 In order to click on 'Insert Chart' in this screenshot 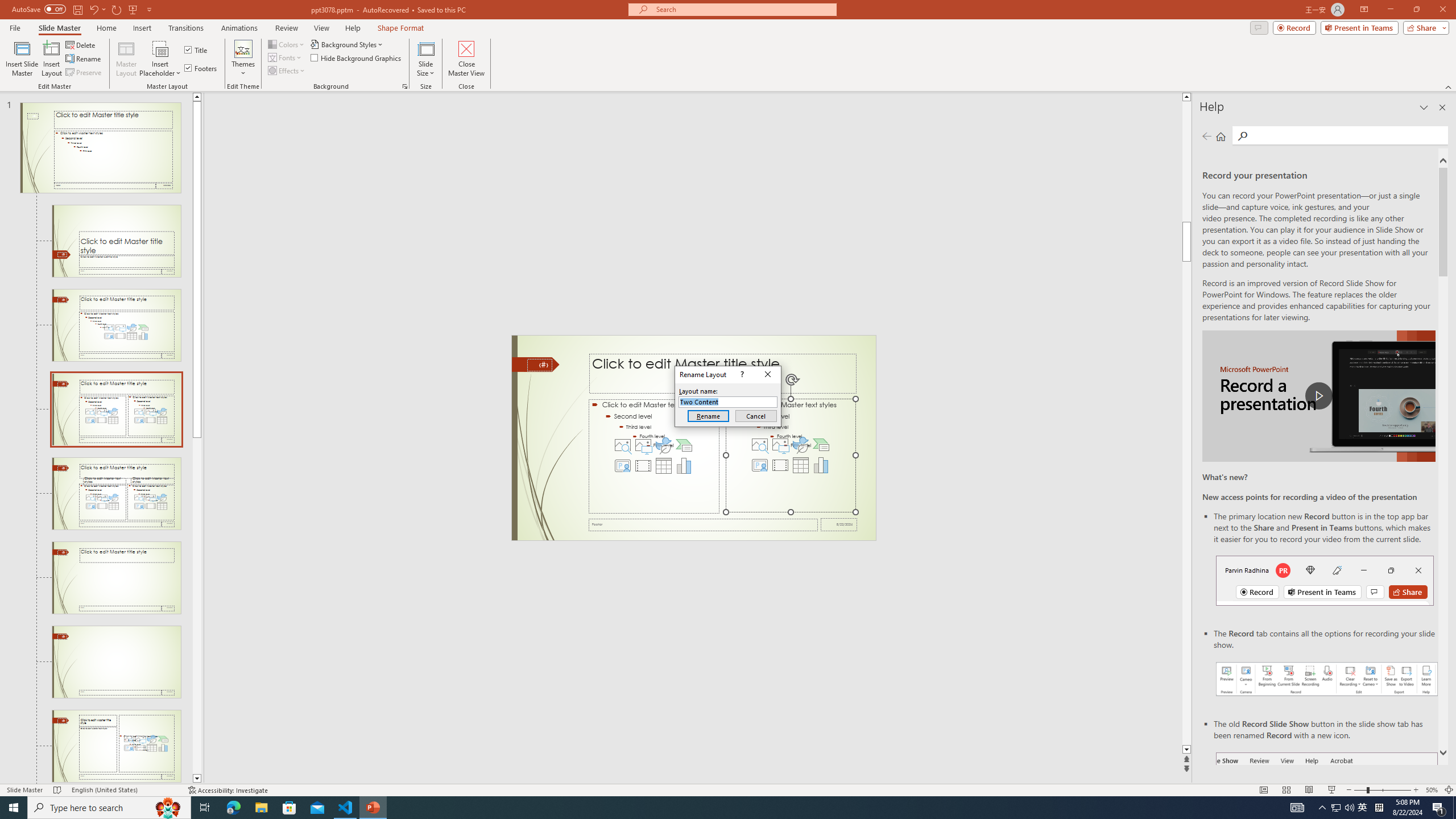, I will do `click(821, 464)`.